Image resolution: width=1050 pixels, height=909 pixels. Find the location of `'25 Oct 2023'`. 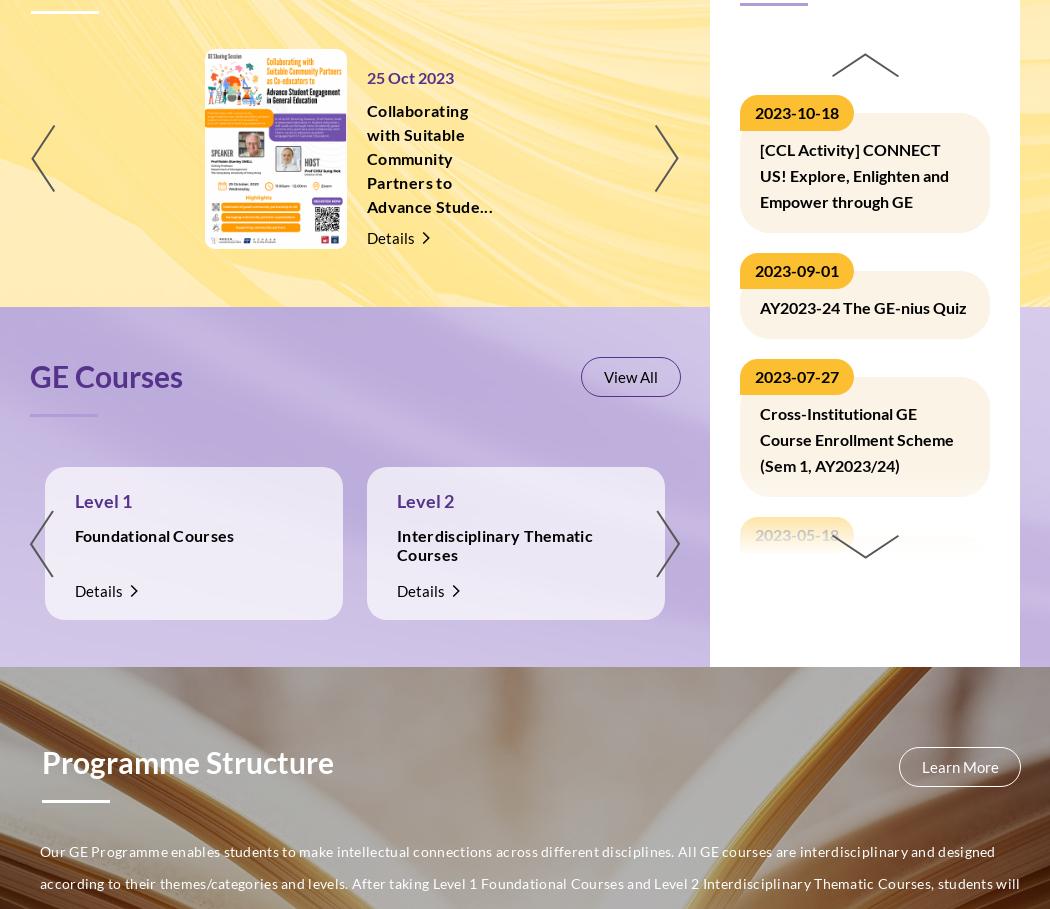

'25 Oct 2023' is located at coordinates (409, 76).